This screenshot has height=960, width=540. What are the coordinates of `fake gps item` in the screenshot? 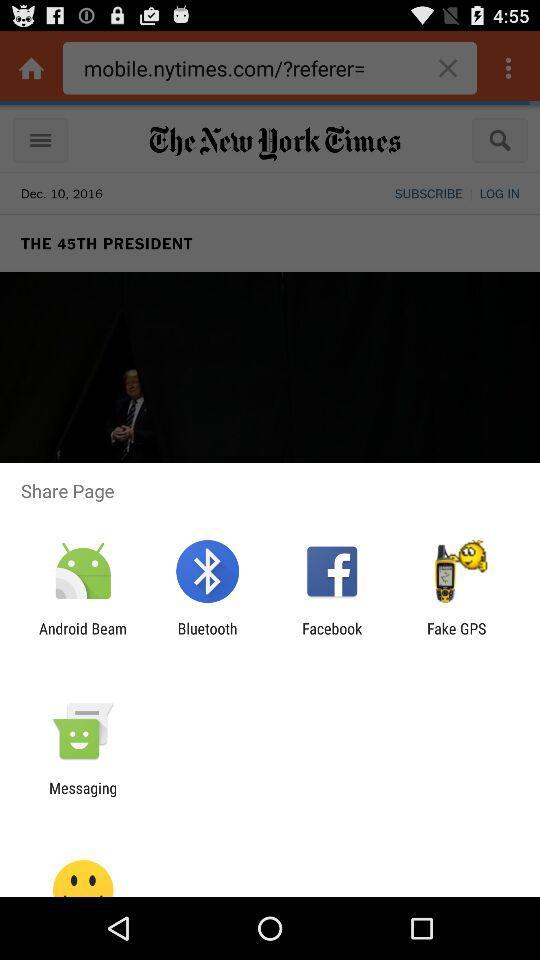 It's located at (456, 636).